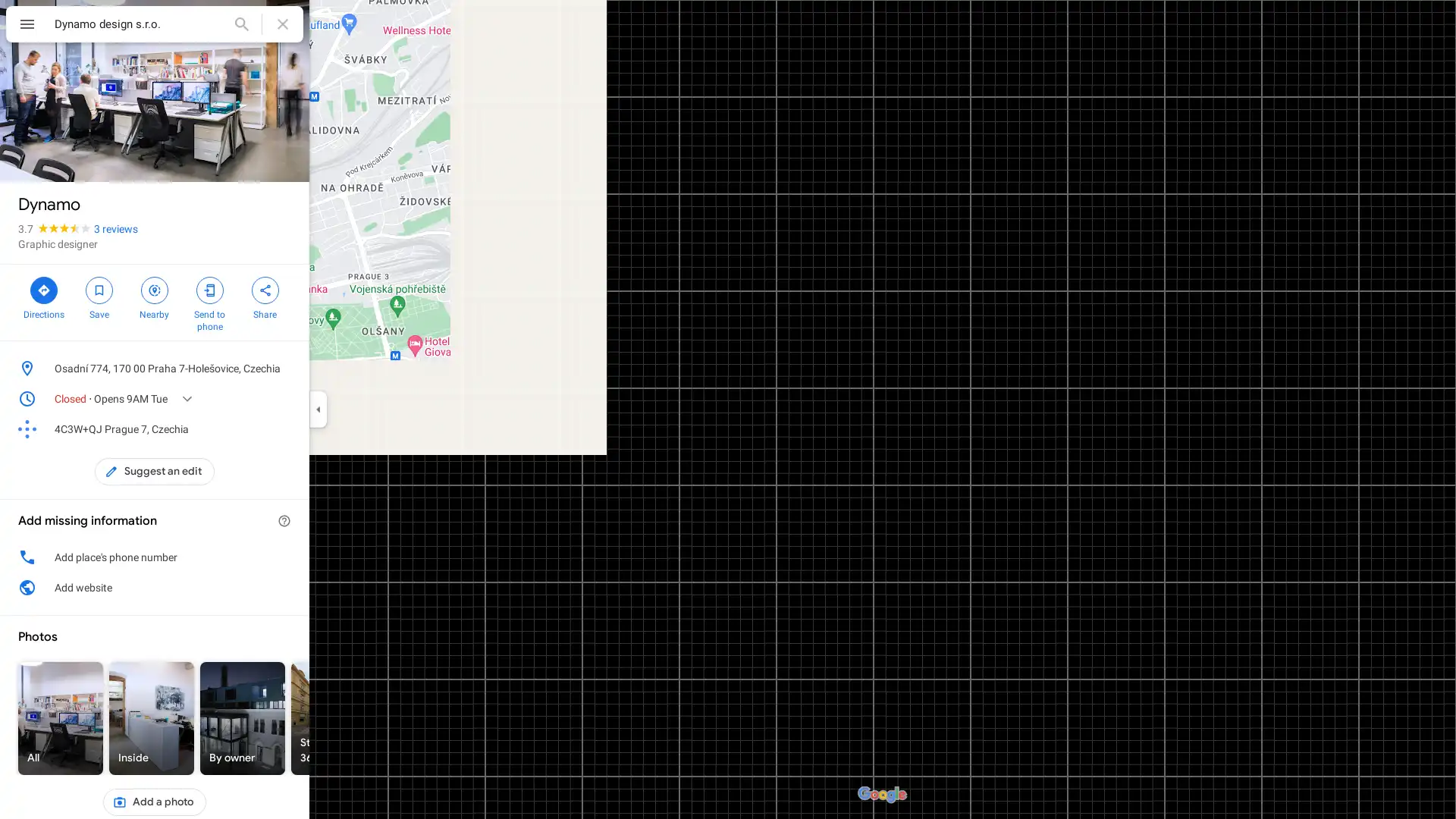 The width and height of the screenshot is (1456, 819). Describe the element at coordinates (243, 717) in the screenshot. I see `By owner` at that location.